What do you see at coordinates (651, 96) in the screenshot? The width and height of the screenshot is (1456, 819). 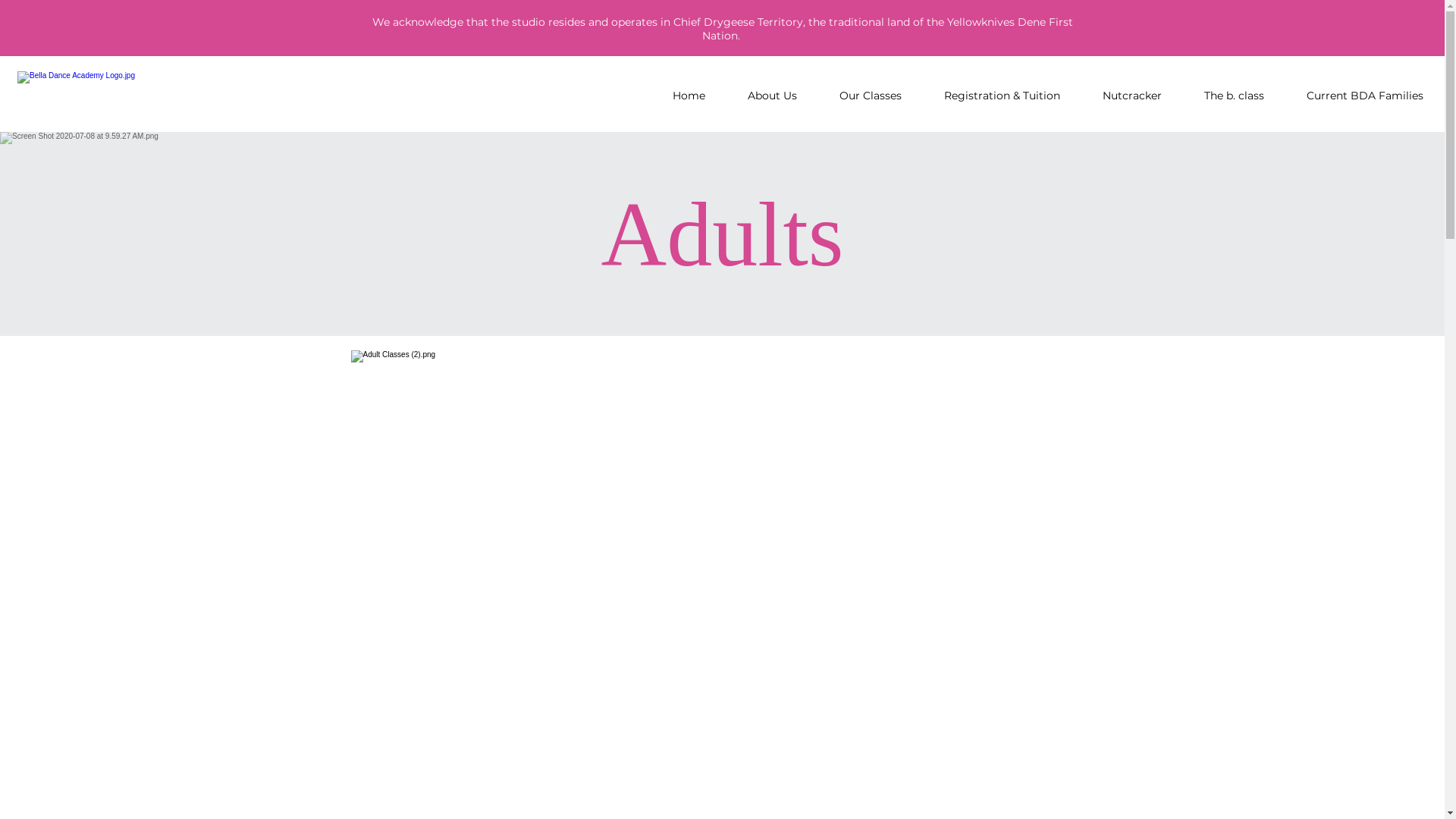 I see `'Home'` at bounding box center [651, 96].